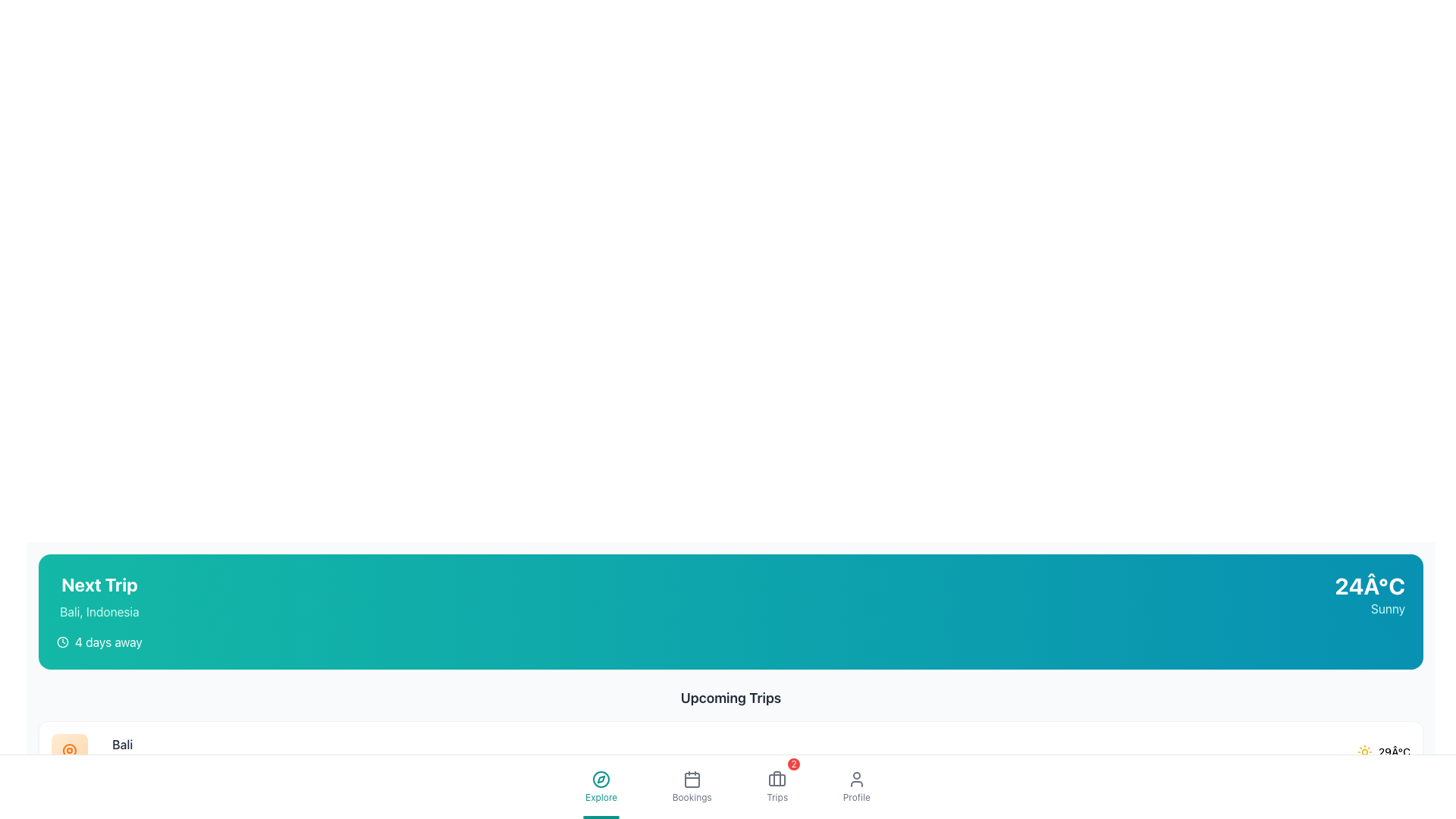 This screenshot has height=819, width=1456. I want to click on the Navigation Button that features a briefcase icon and a label reading 'Trips', which is the third icon from the left in the bottom navigation bar, so click(777, 786).